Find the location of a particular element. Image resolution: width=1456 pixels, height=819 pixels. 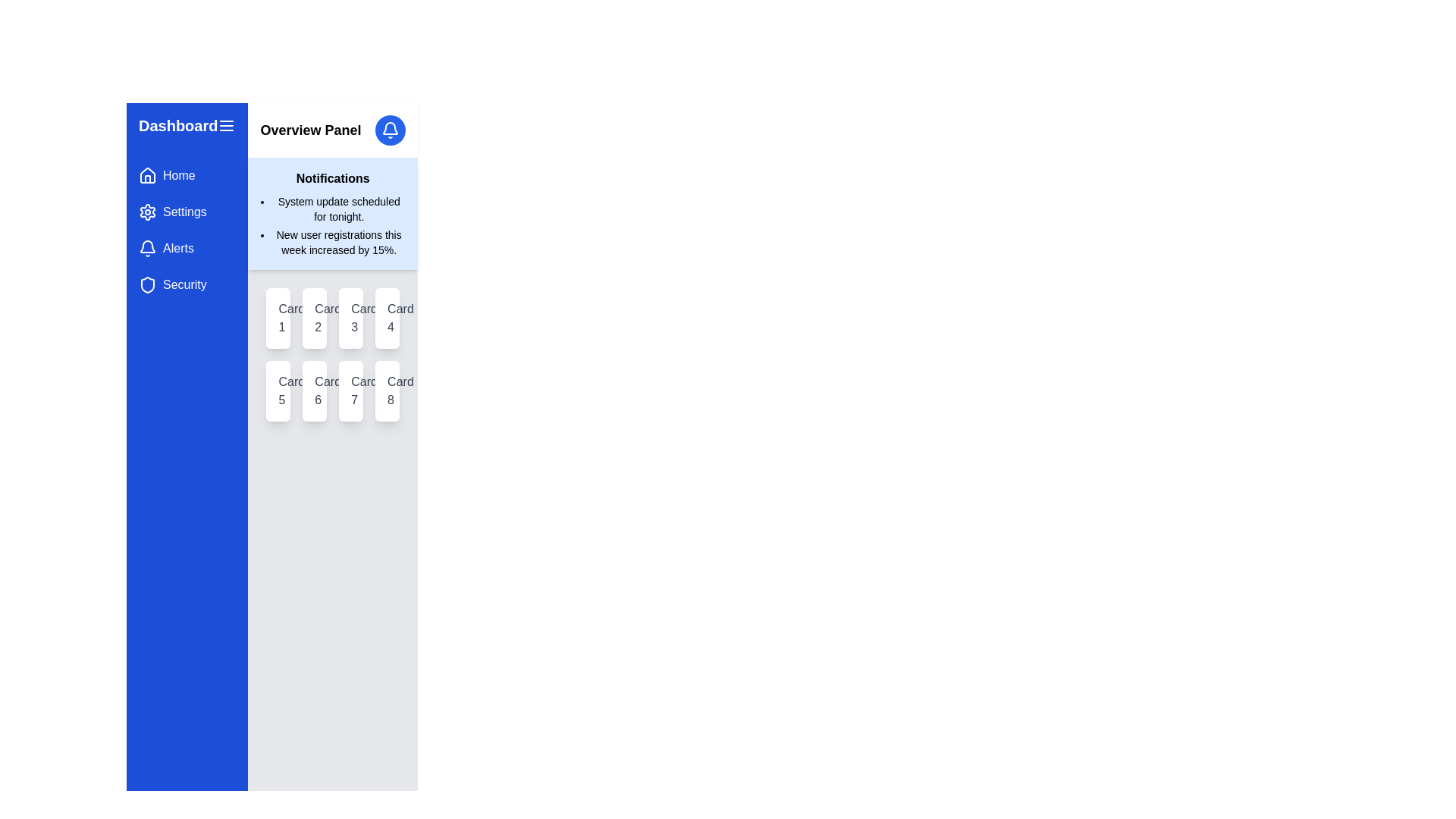

the navigational button or link with an icon and label located in the sidebar, positioned below the 'Home' navigation item and above the 'Alerts' navigation item is located at coordinates (187, 212).